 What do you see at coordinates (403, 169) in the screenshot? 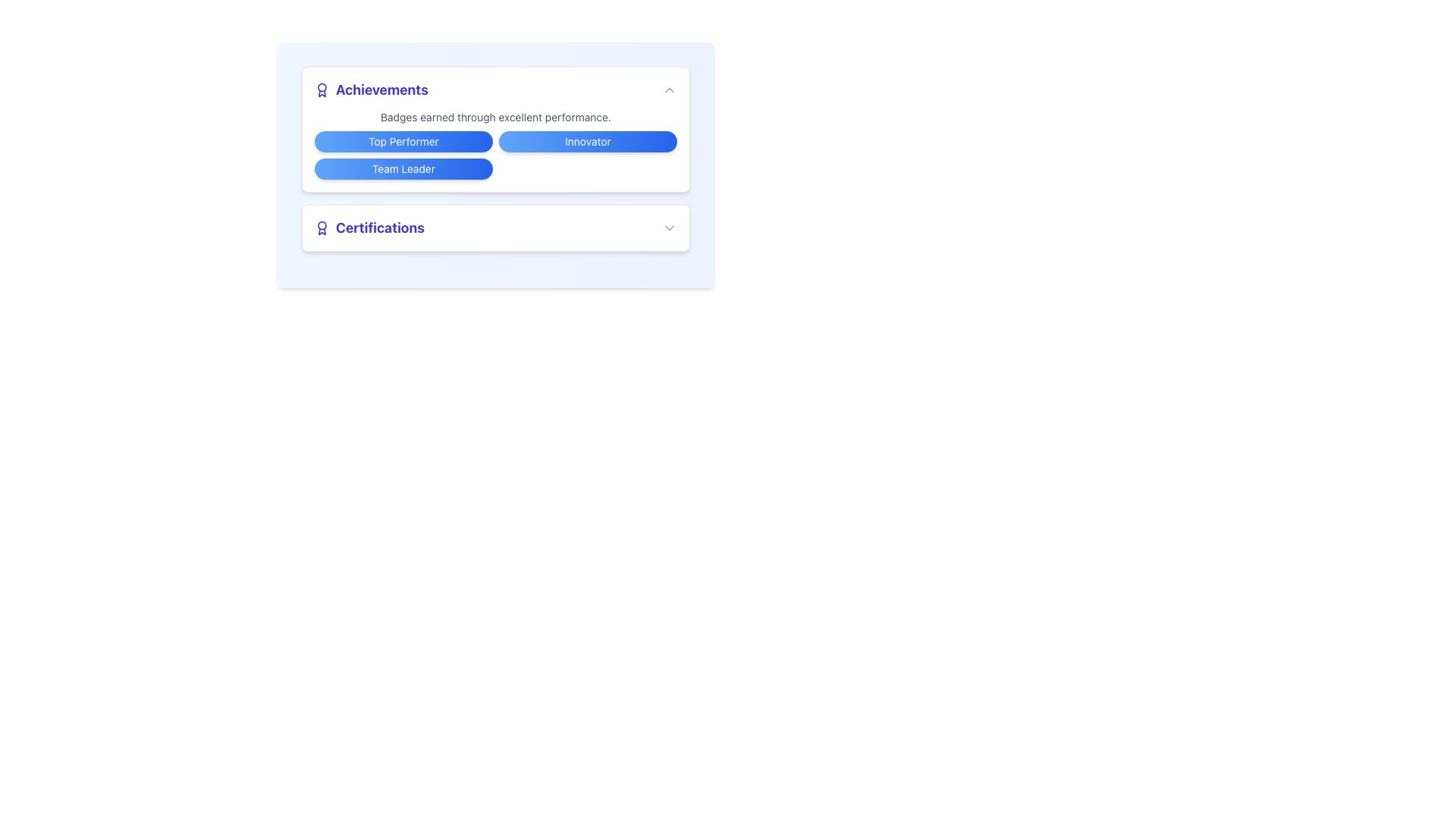
I see `the 'Team Leader' badge in the Achievements section, which has a white text on a blue gradient background and is the third badge in the grid` at bounding box center [403, 169].